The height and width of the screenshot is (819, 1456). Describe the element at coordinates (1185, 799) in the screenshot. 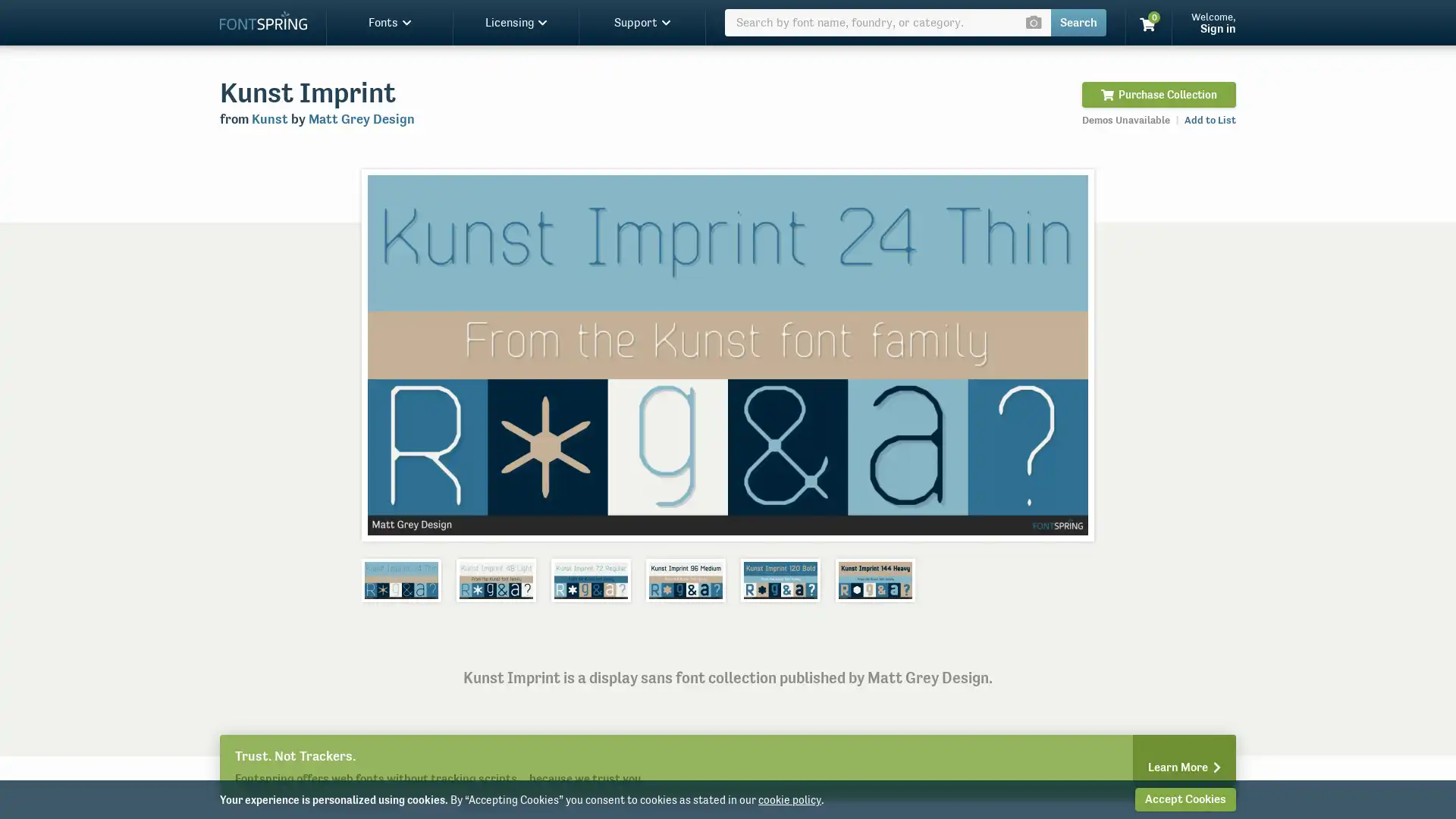

I see `Accept Cookies` at that location.